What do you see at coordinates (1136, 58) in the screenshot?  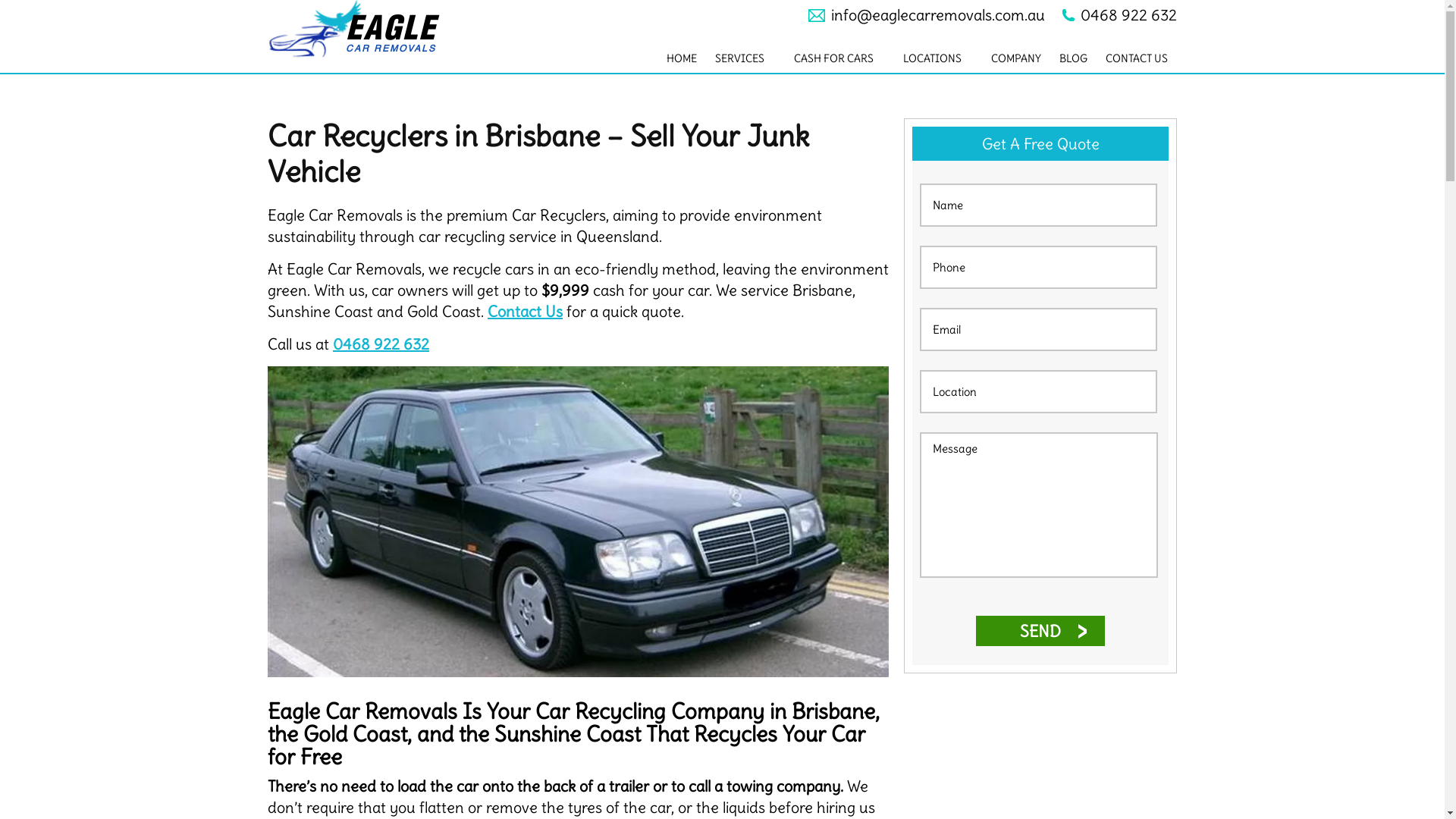 I see `'CONTACT US'` at bounding box center [1136, 58].